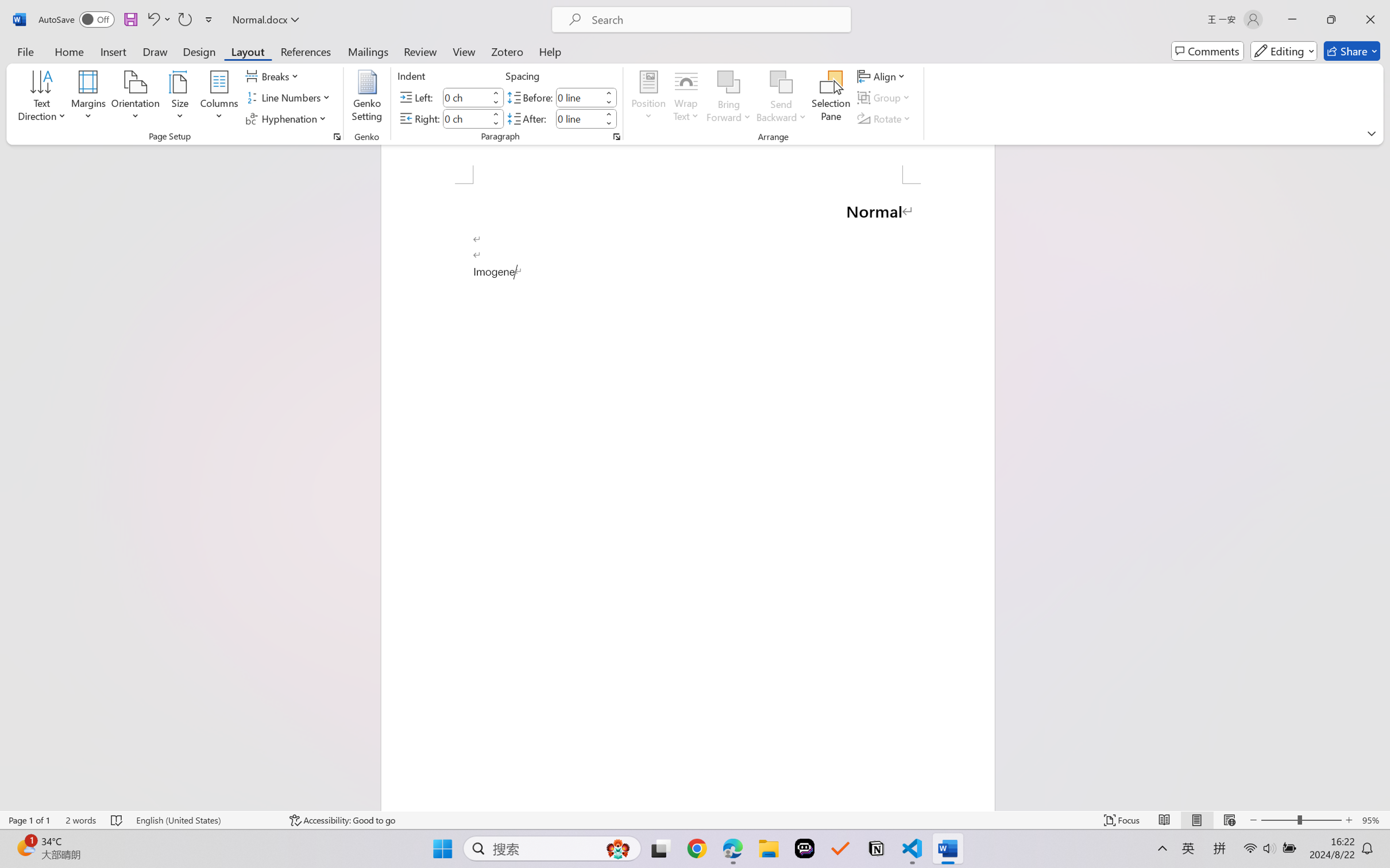 The image size is (1390, 868). I want to click on 'Less', so click(608, 123).